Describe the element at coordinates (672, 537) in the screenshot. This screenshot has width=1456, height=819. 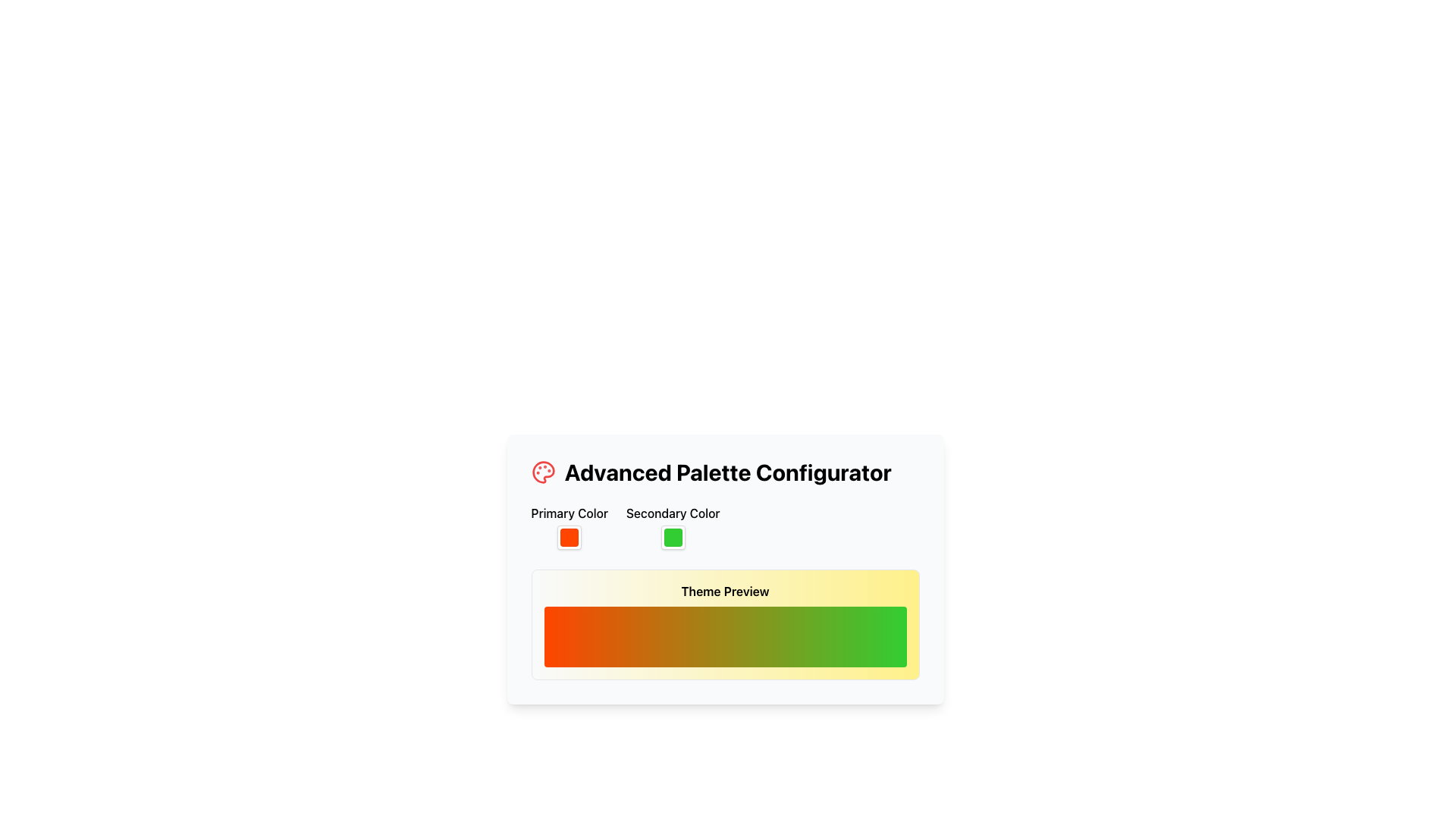
I see `the Color Picker Button for the Secondary Color located in the Advanced Palette Configurator, positioned to the right of the Primary Color button` at that location.